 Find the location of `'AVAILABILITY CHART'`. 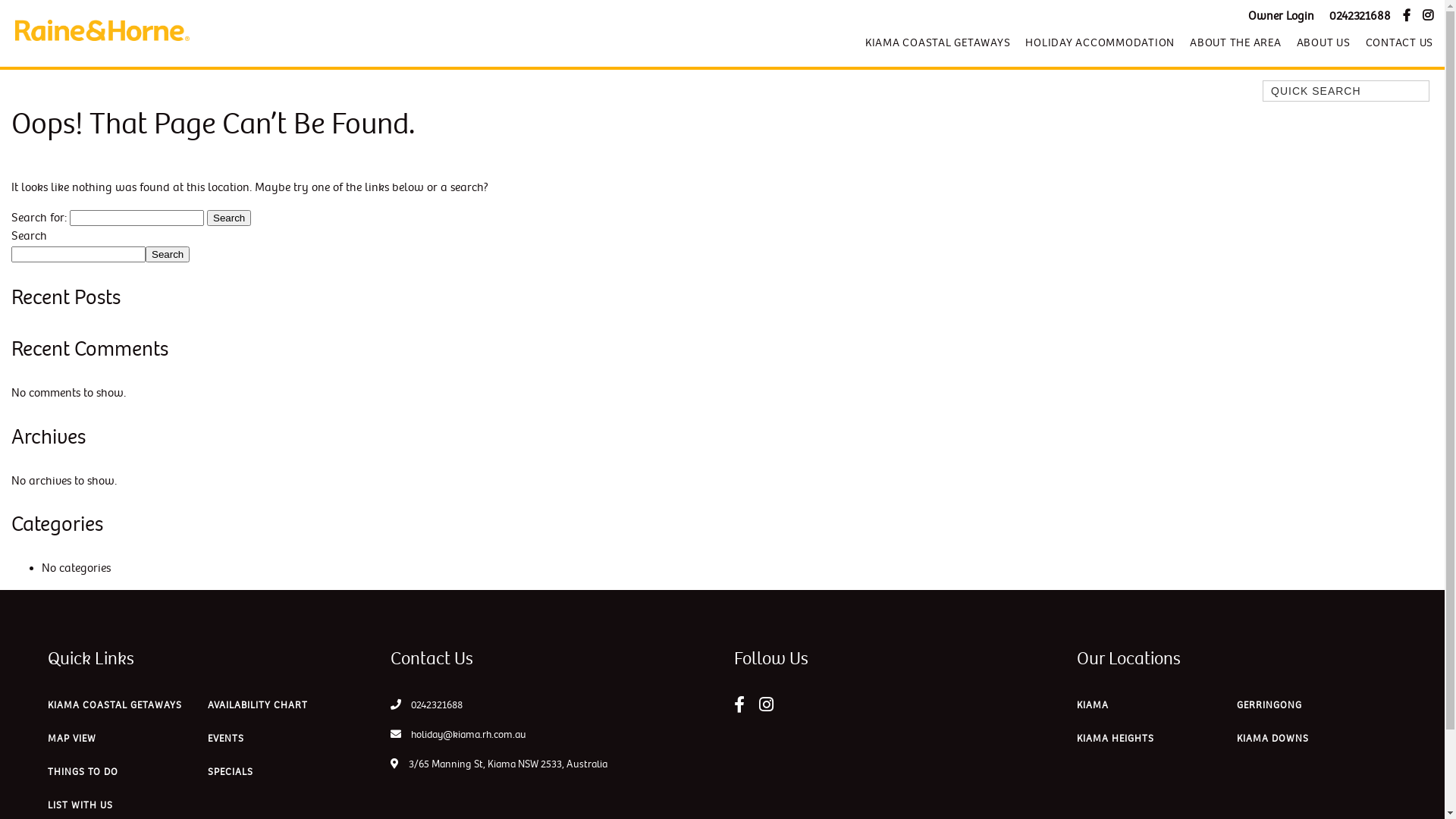

'AVAILABILITY CHART' is located at coordinates (258, 708).